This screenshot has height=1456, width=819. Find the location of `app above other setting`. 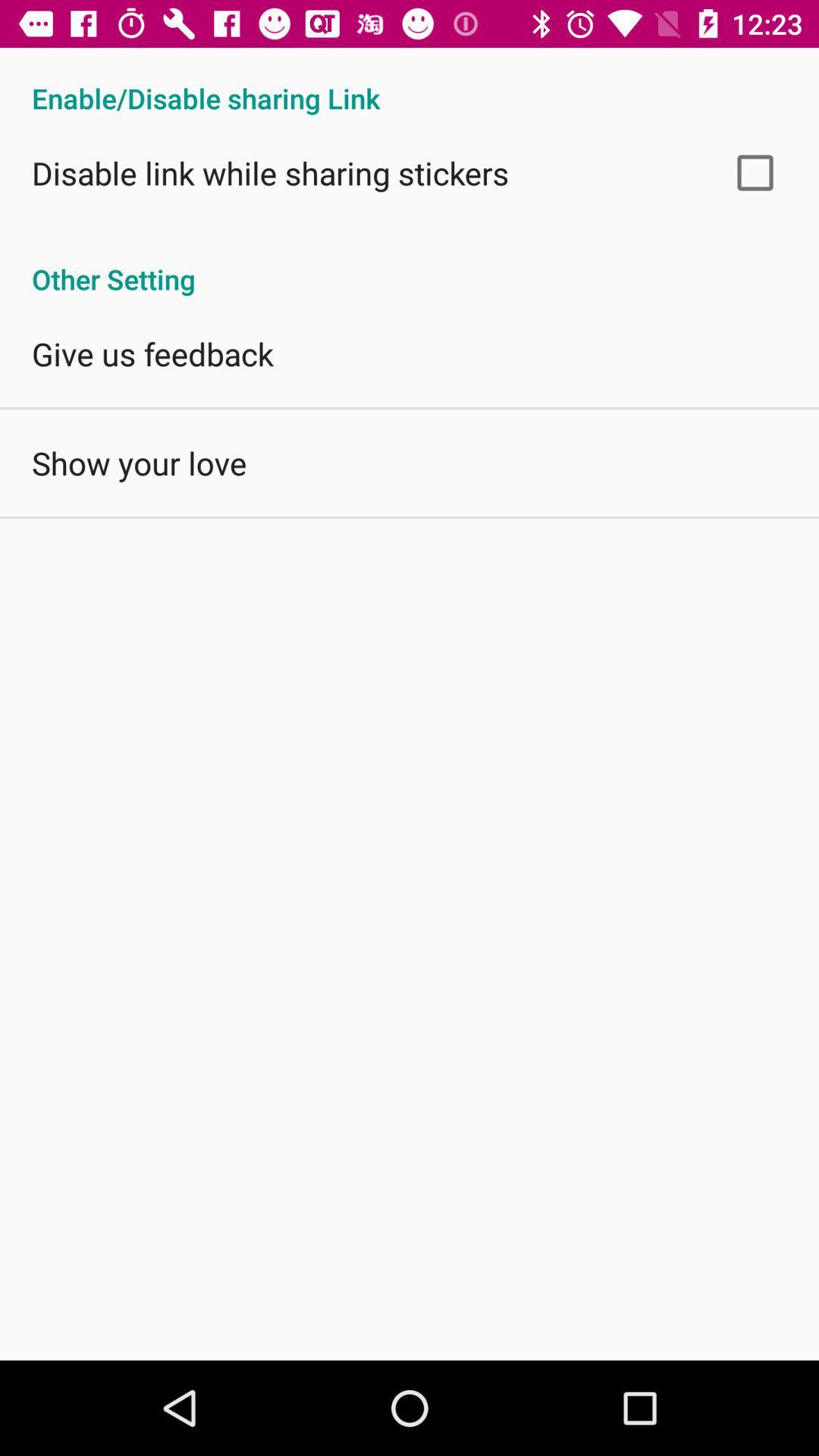

app above other setting is located at coordinates (755, 172).